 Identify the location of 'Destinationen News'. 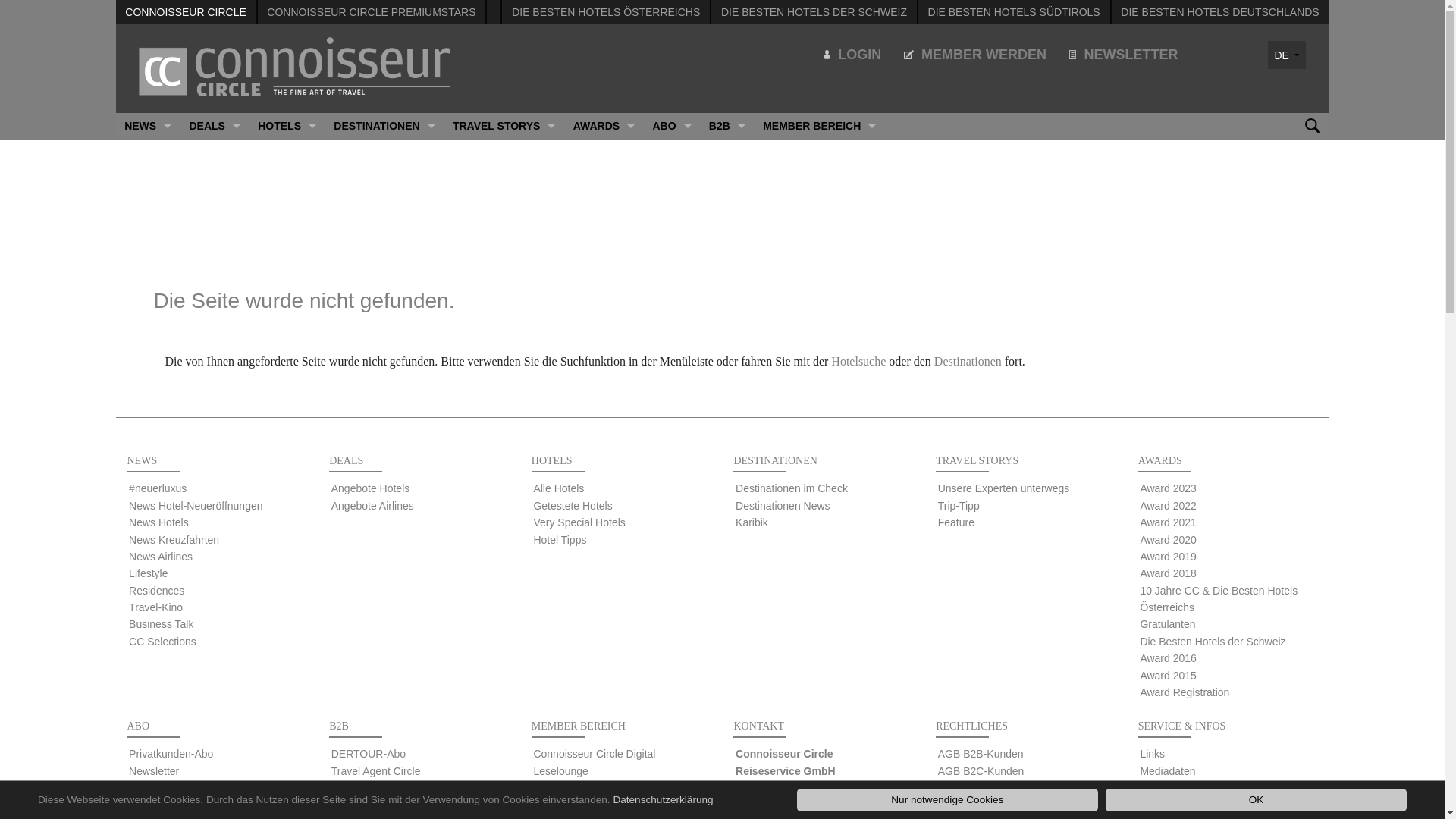
(783, 506).